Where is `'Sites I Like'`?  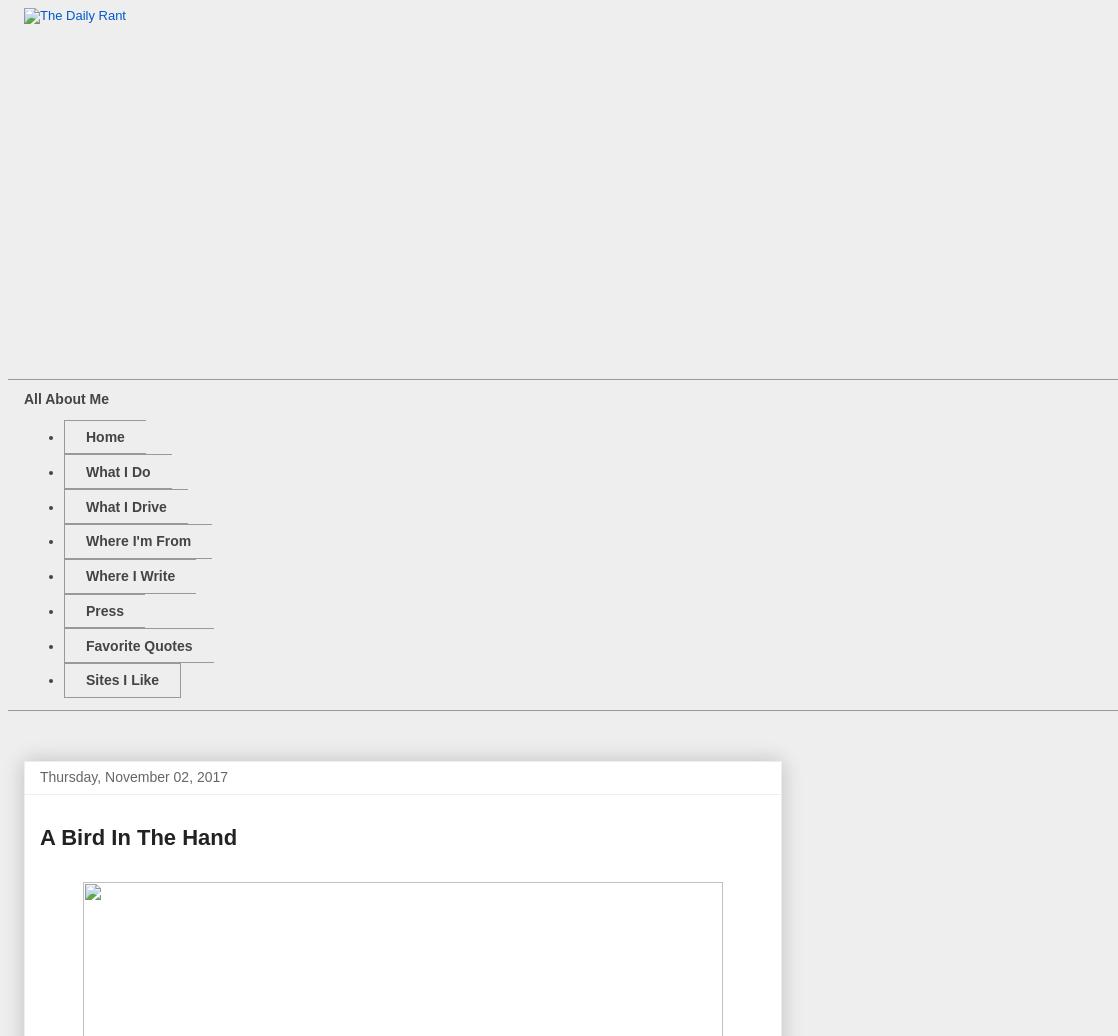 'Sites I Like' is located at coordinates (122, 680).